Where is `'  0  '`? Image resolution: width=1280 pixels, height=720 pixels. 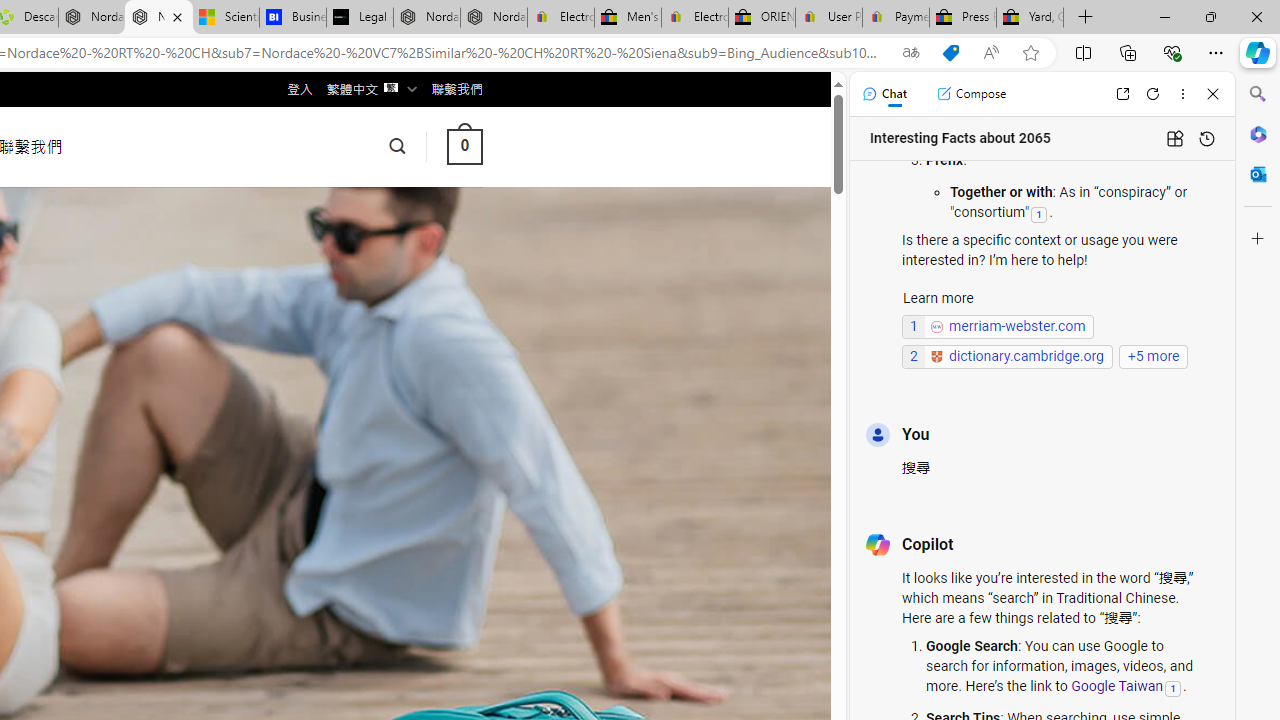
'  0  ' is located at coordinates (463, 145).